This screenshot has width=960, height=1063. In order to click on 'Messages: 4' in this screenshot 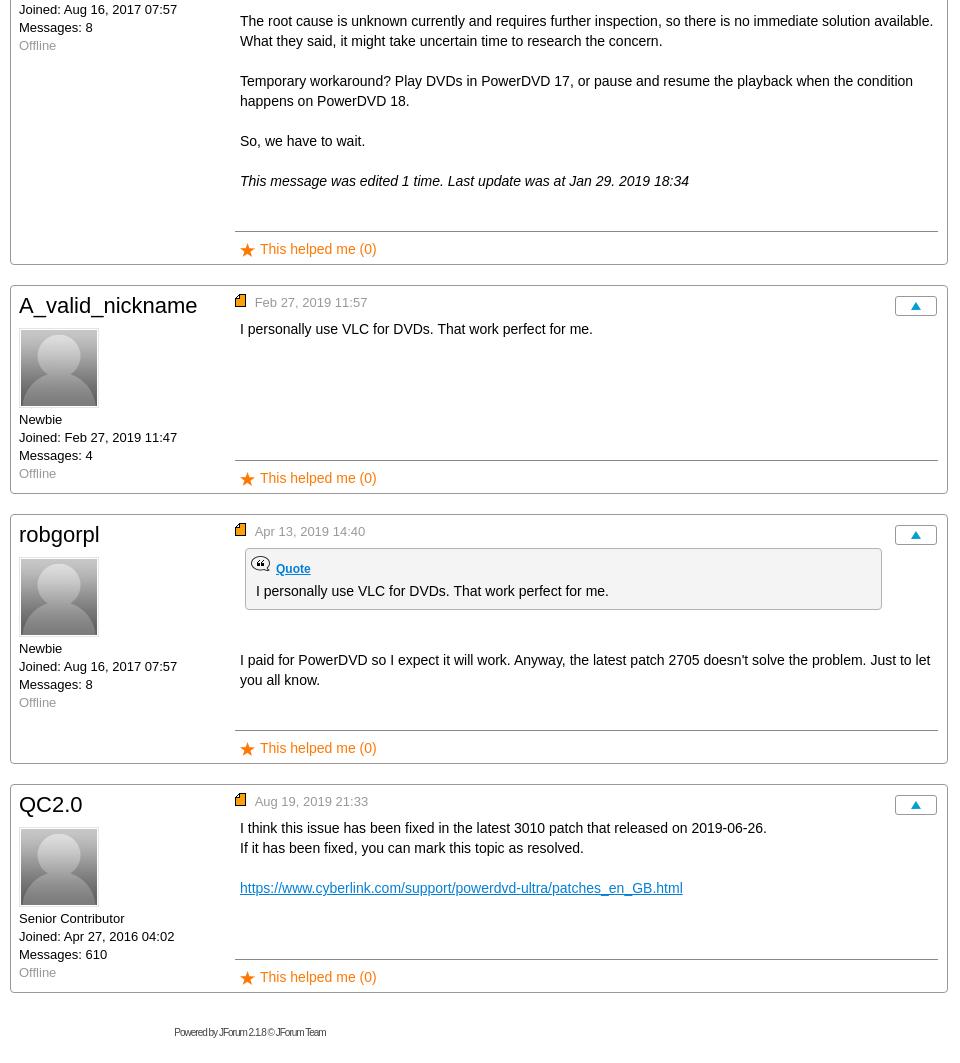, I will do `click(54, 455)`.